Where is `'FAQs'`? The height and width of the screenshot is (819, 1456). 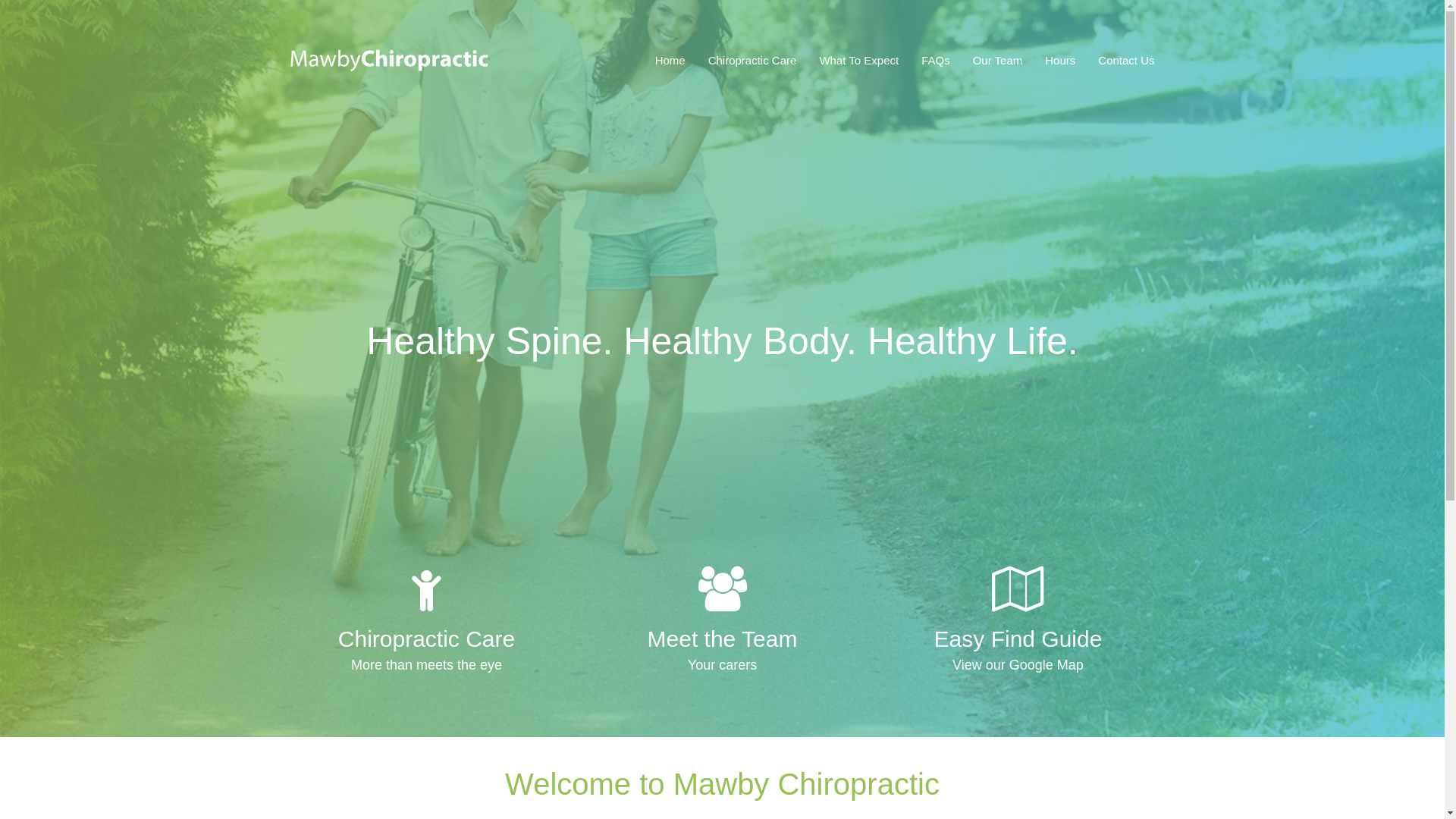
'FAQs' is located at coordinates (934, 60).